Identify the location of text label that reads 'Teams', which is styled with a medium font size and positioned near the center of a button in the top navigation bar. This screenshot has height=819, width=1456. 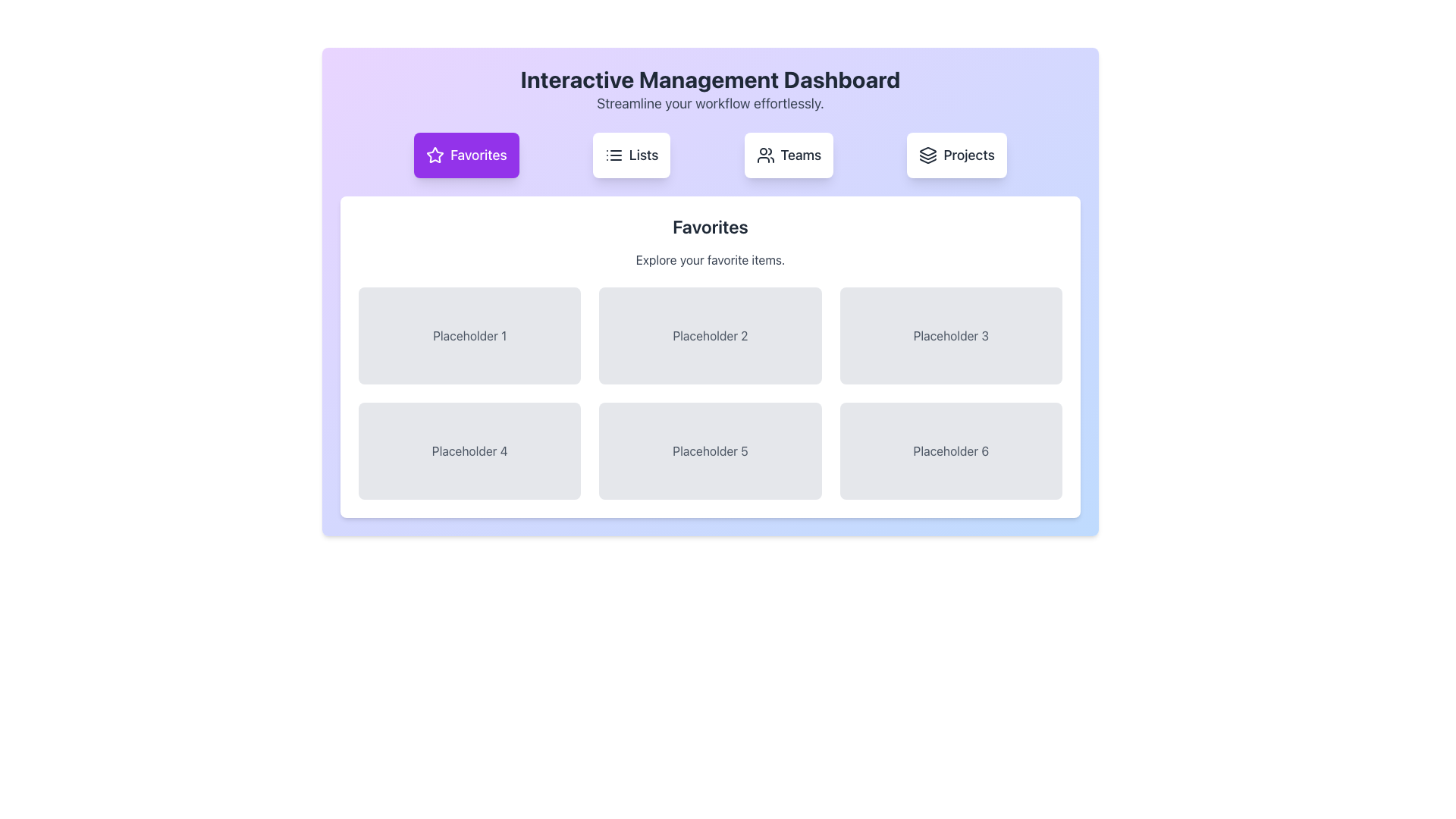
(800, 155).